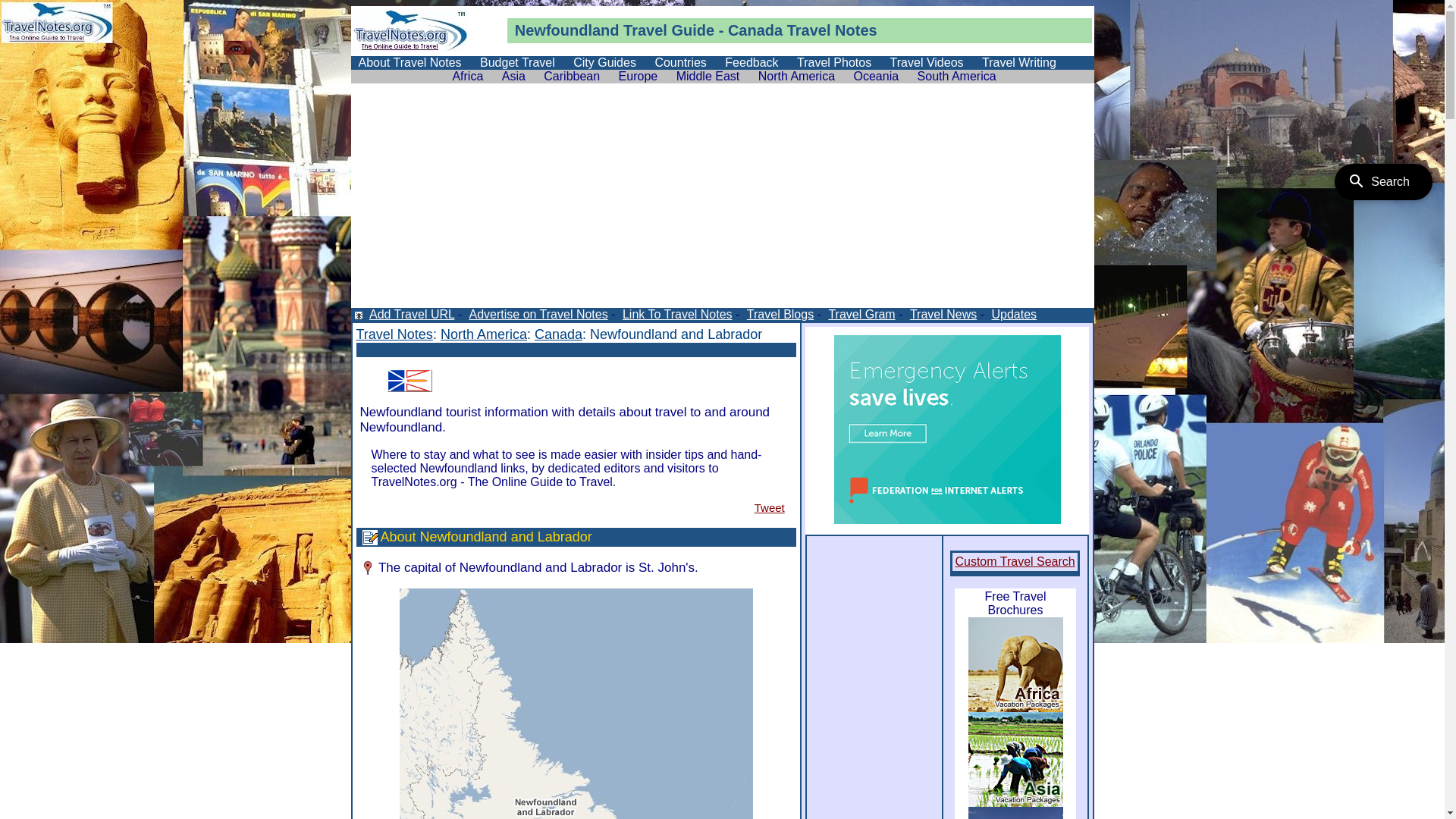 Image resolution: width=1456 pixels, height=819 pixels. I want to click on 'Add Travel URL', so click(367, 313).